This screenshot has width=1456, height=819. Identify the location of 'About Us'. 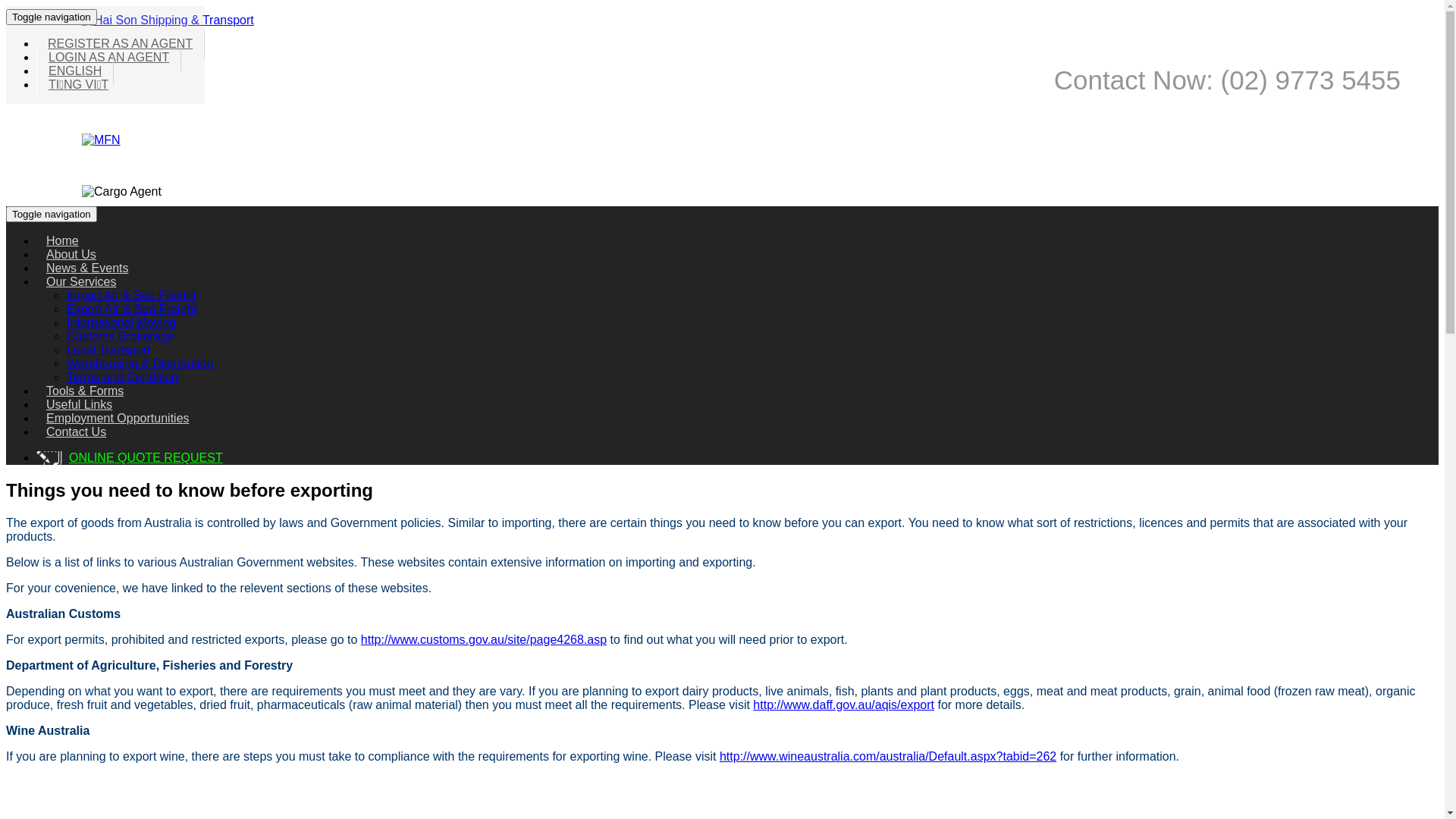
(71, 253).